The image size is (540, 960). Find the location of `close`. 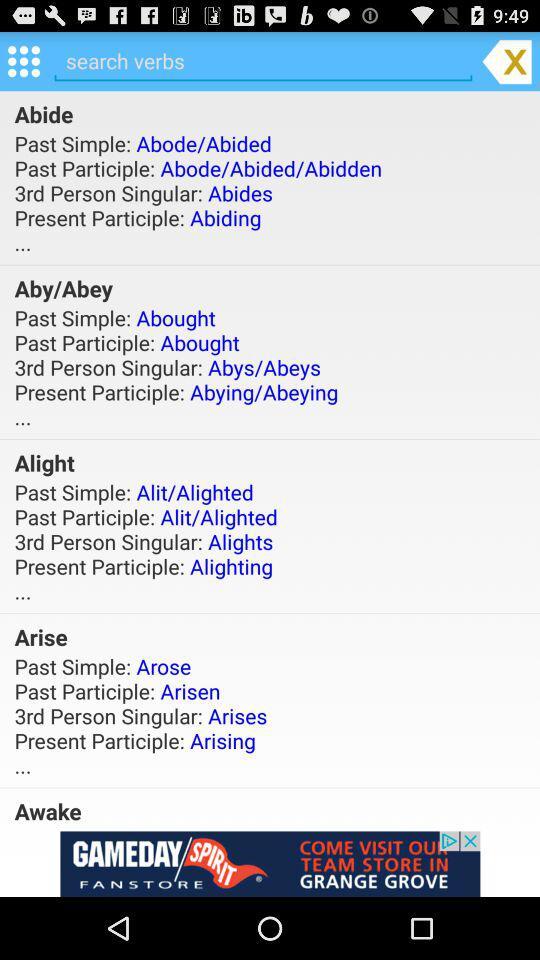

close is located at coordinates (507, 61).